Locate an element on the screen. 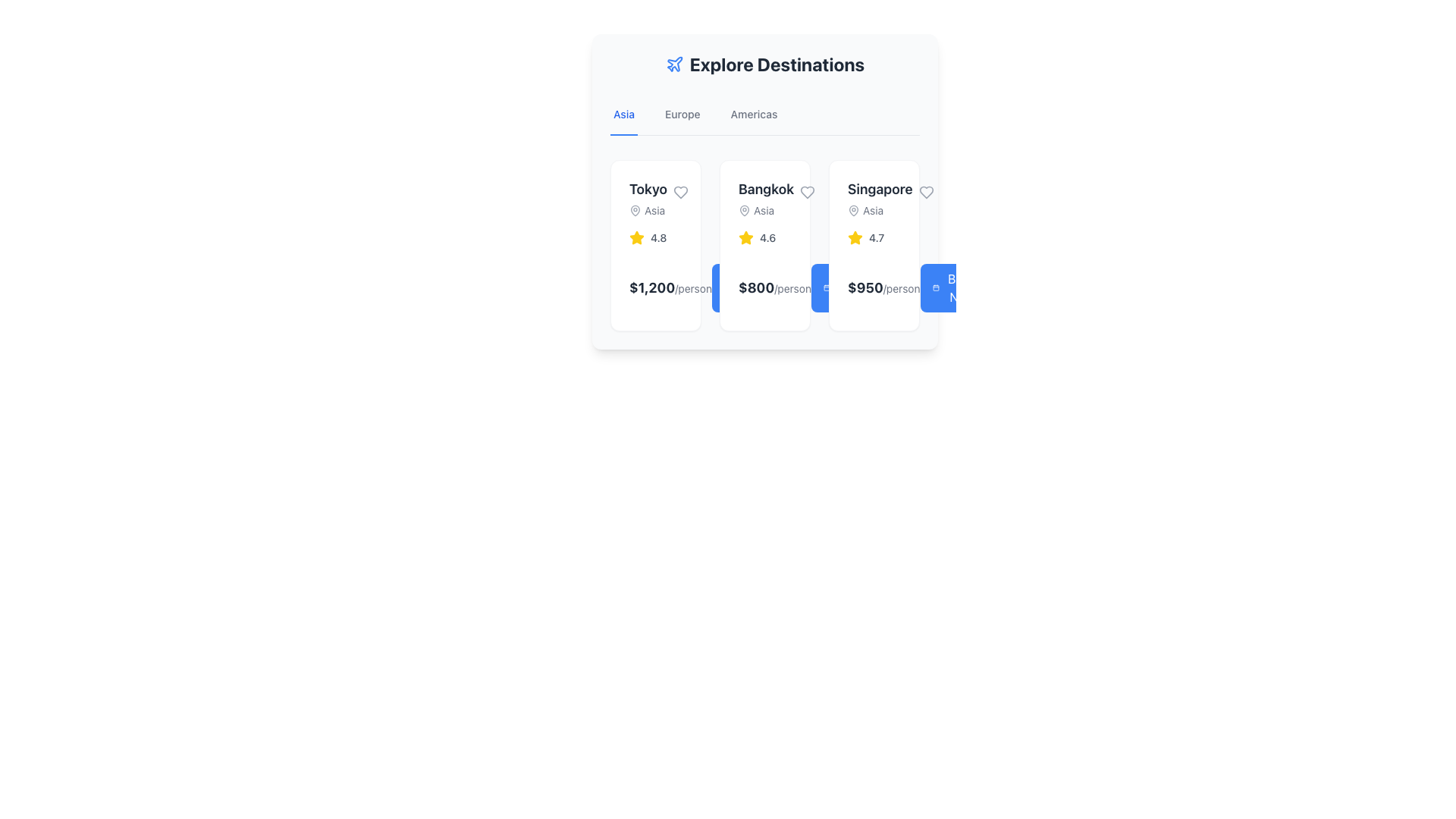 Image resolution: width=1456 pixels, height=819 pixels. text label indicating the geographical region 'Asia', located in the bottom section of the third card from the left, below the 'Singapore' label is located at coordinates (880, 210).